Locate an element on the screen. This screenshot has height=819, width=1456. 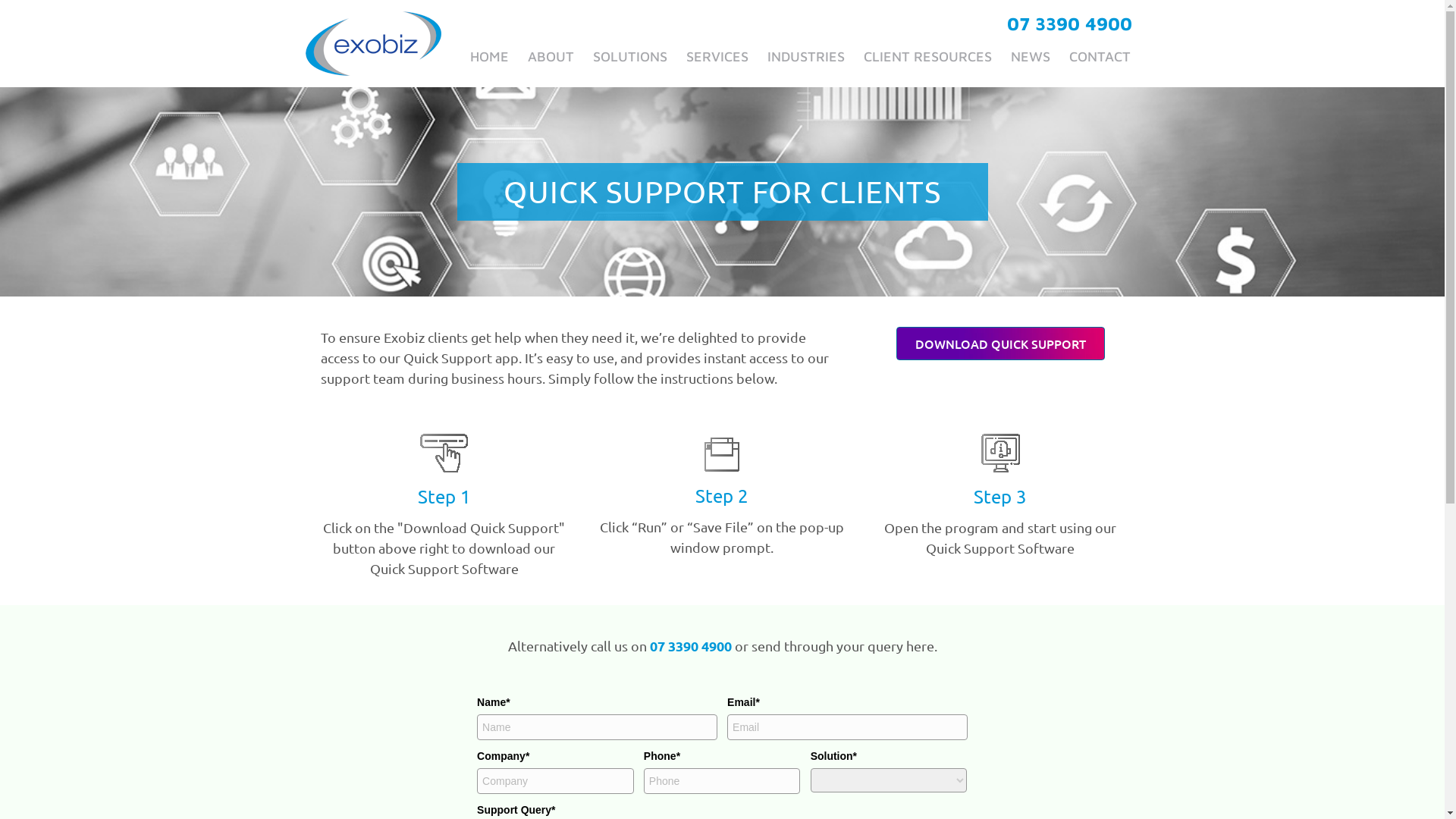
'icn-run-save-file-bw' is located at coordinates (704, 453).